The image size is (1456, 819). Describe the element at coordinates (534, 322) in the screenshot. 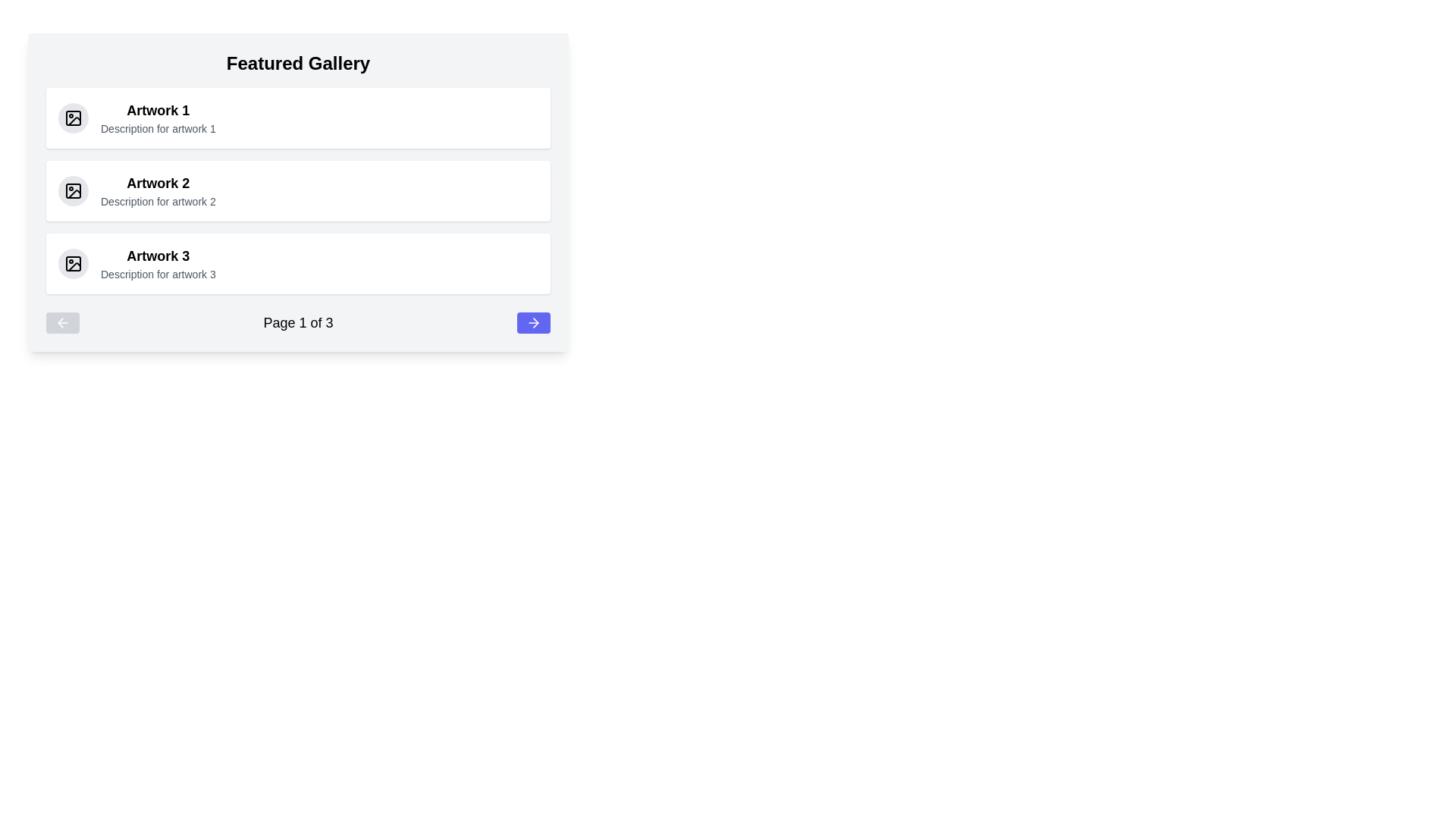

I see `the Button Icon located at the bottom-right corner of the interface` at that location.